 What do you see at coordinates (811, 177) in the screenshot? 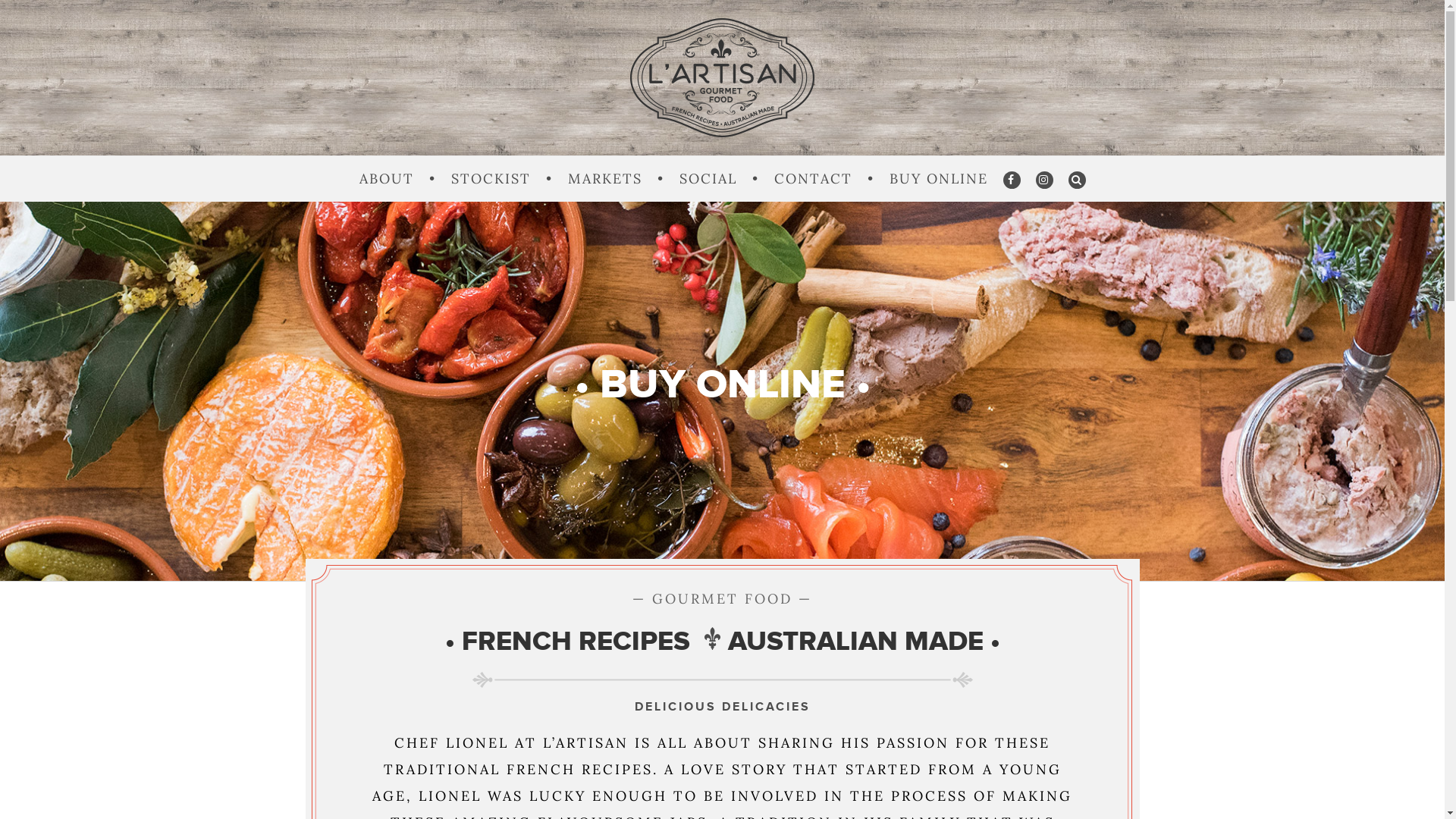
I see `'CONTACT'` at bounding box center [811, 177].